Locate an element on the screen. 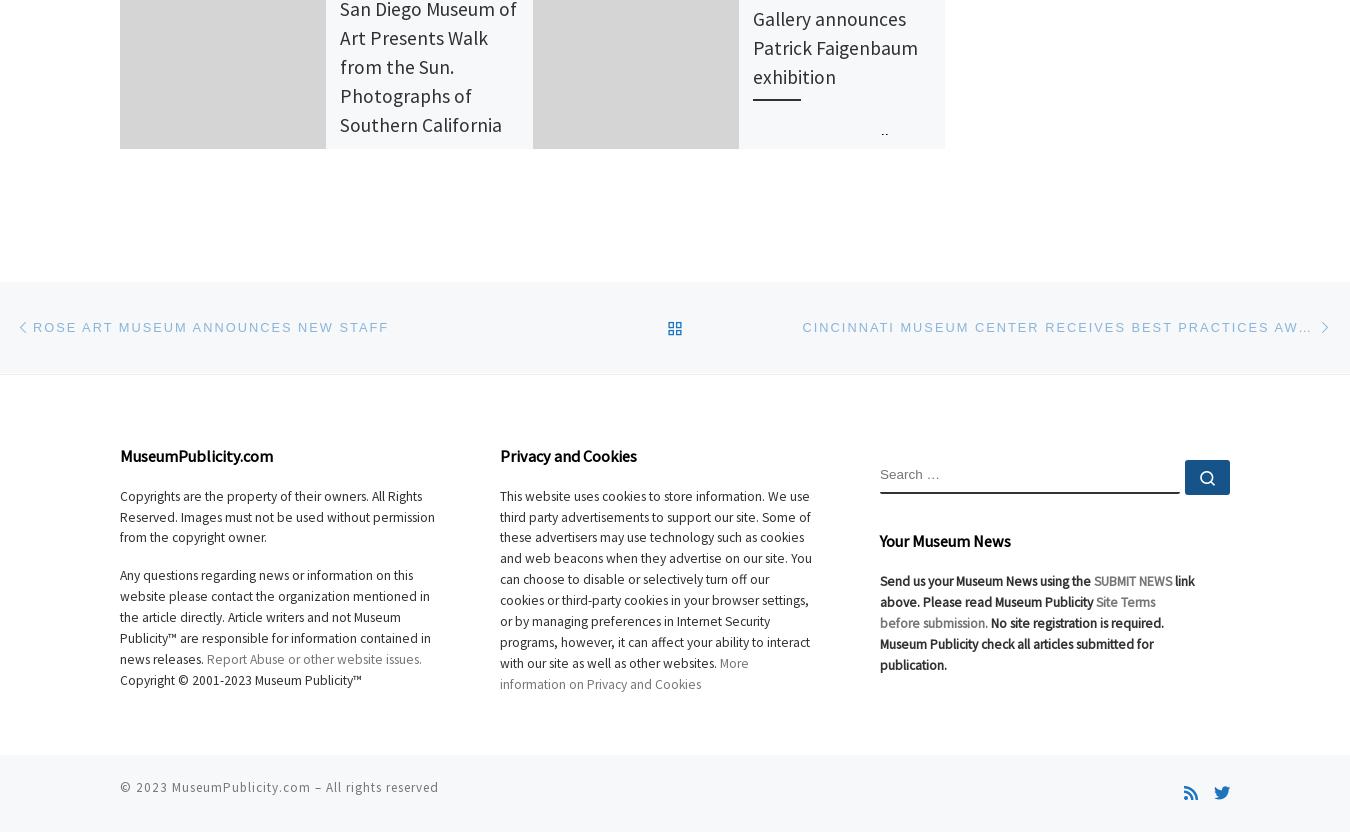 The width and height of the screenshot is (1350, 832). 'Cincinnati Museum Center Receives Best Practices Award' is located at coordinates (1066, 327).